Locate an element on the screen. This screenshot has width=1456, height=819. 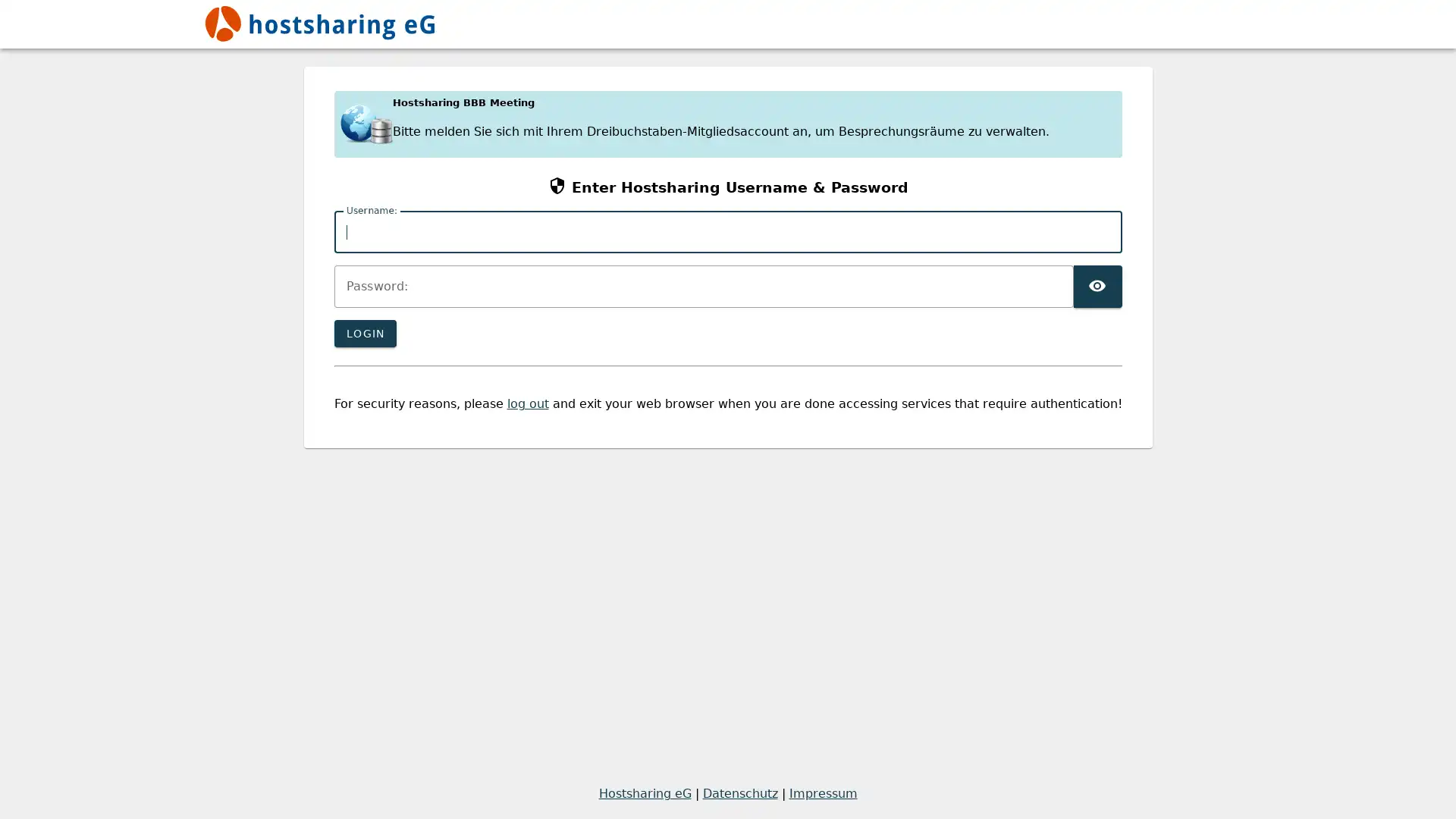
LOGIN is located at coordinates (364, 332).